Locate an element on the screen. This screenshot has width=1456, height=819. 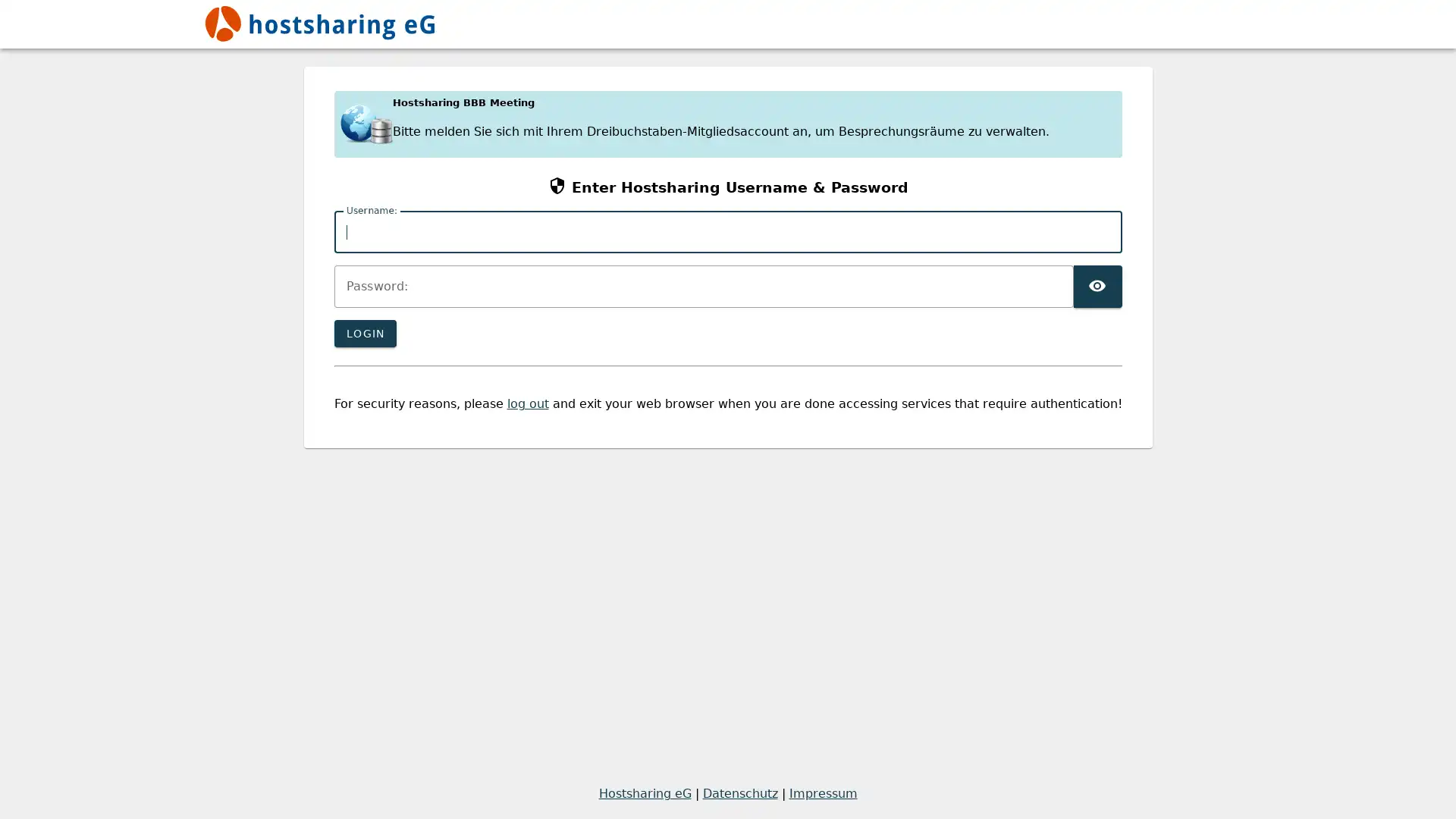
LOGIN is located at coordinates (364, 332).